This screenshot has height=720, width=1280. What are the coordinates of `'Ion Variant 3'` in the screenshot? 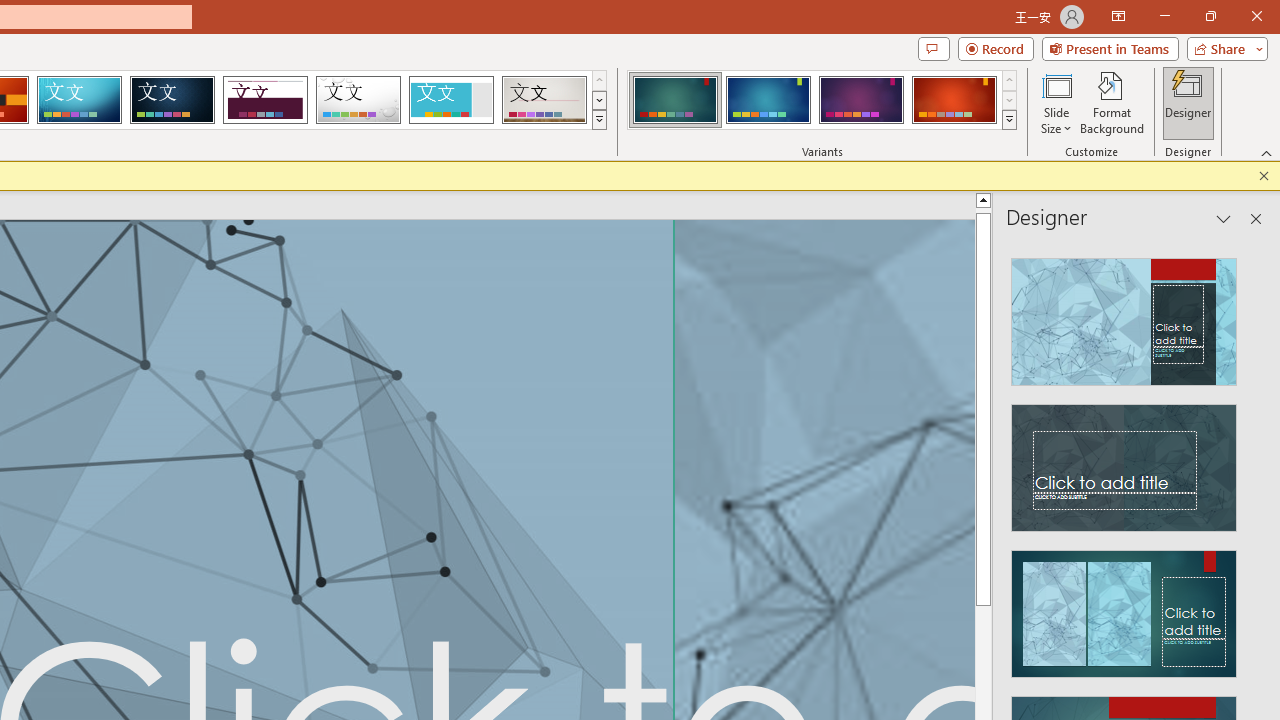 It's located at (861, 100).